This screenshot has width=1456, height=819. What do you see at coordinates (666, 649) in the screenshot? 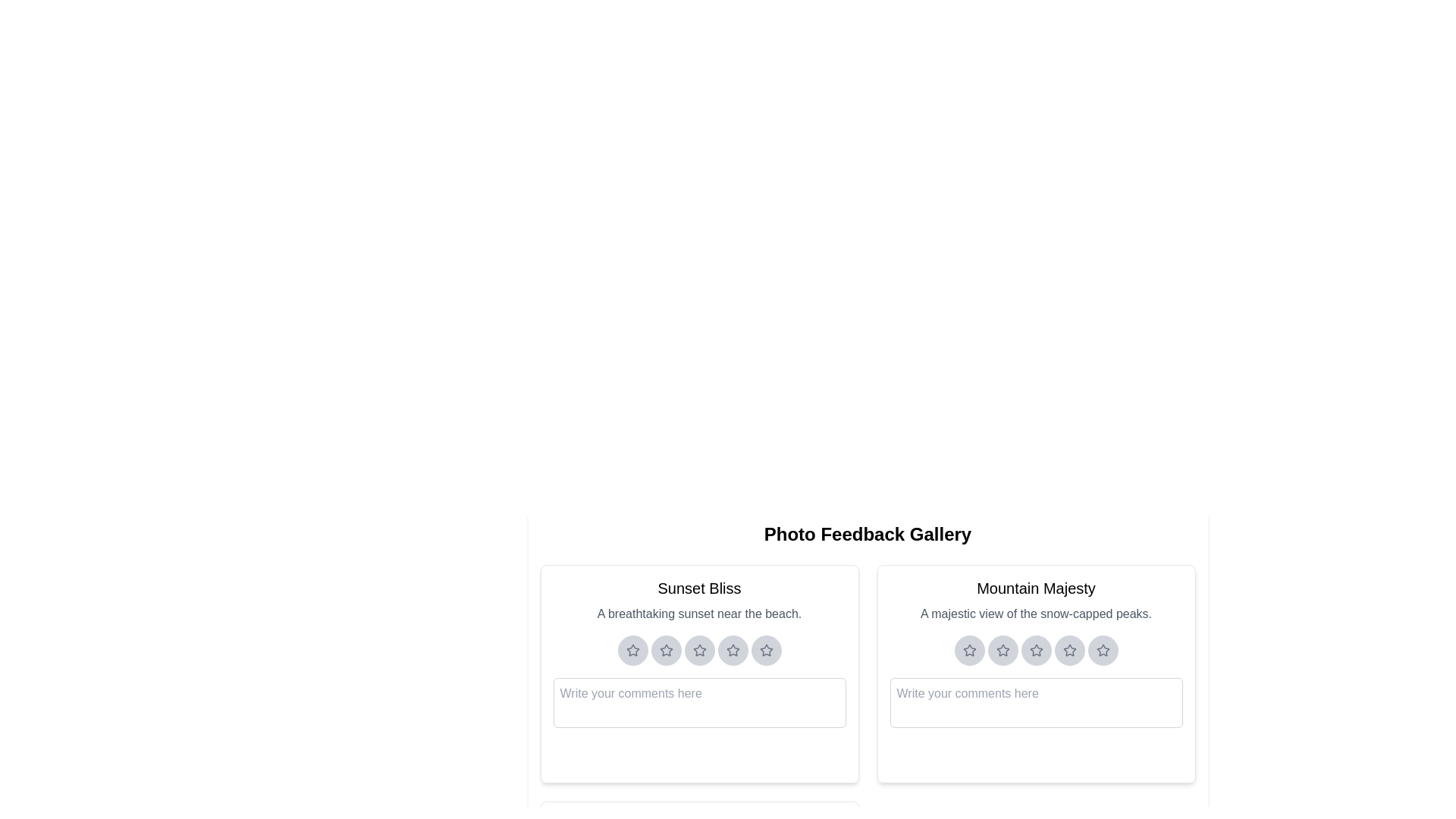
I see `the second Rating Button, which is a circular button with a light gray background and a star icon in the center, located beneath the 'Sunset Bliss' section` at bounding box center [666, 649].